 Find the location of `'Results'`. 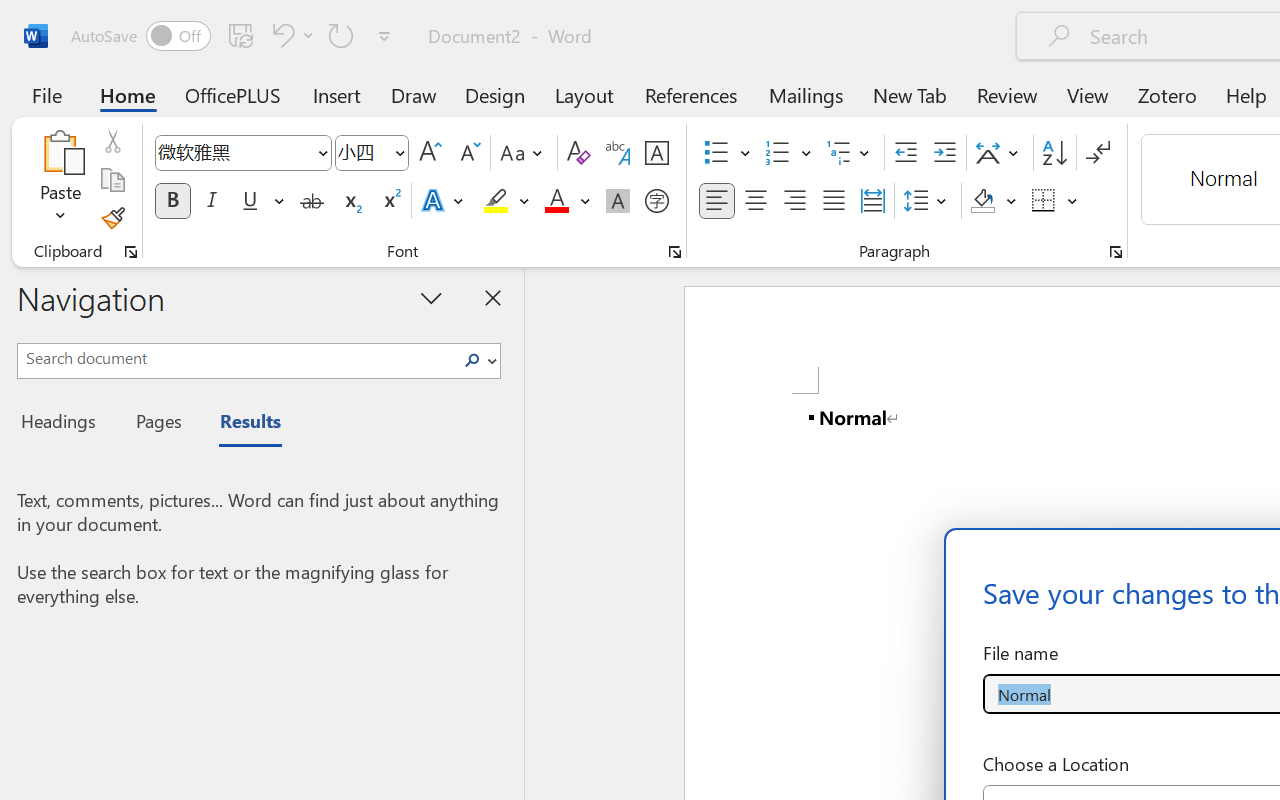

'Results' is located at coordinates (240, 424).